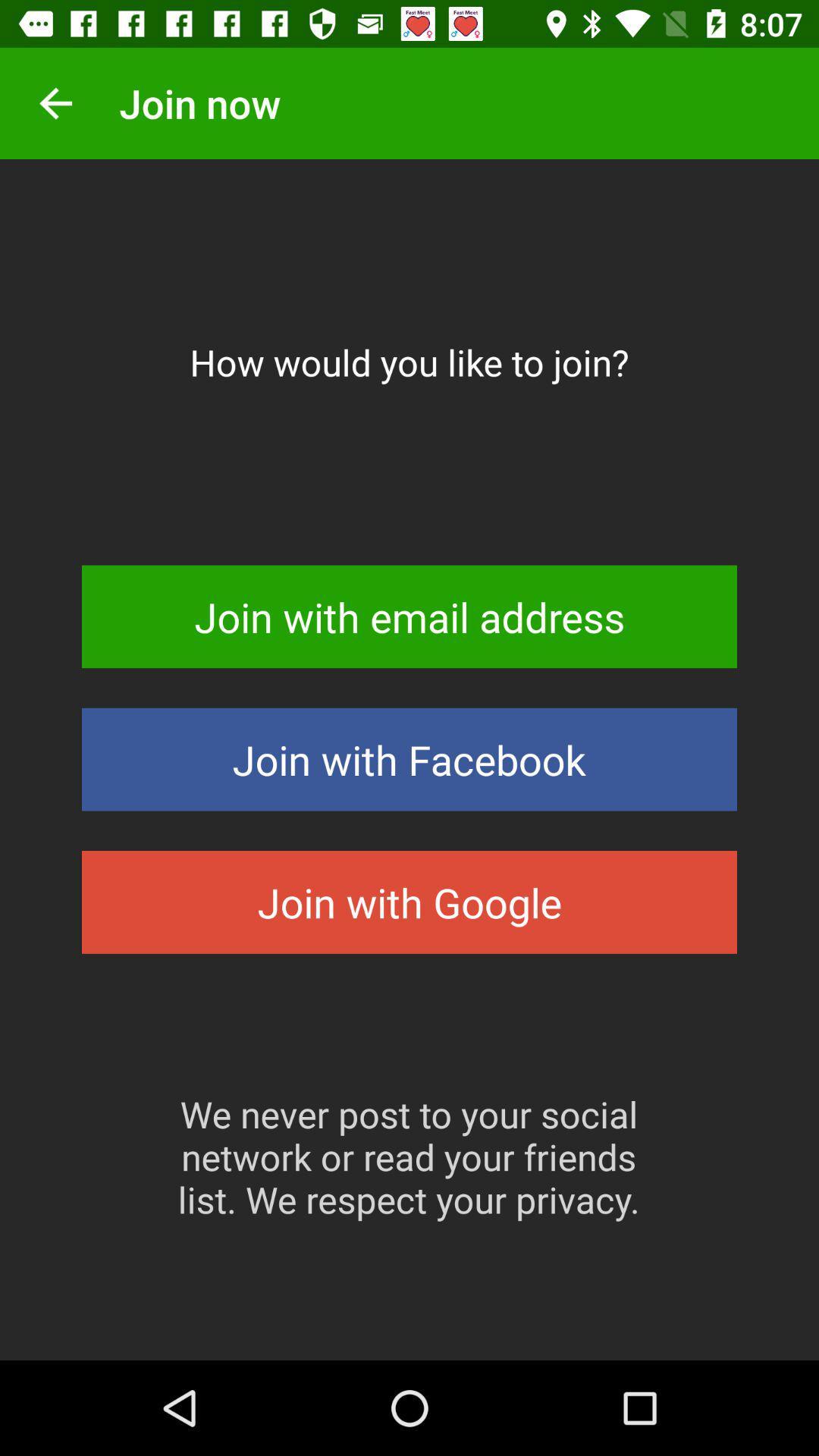 The image size is (819, 1456). I want to click on the icon next to join now item, so click(55, 102).